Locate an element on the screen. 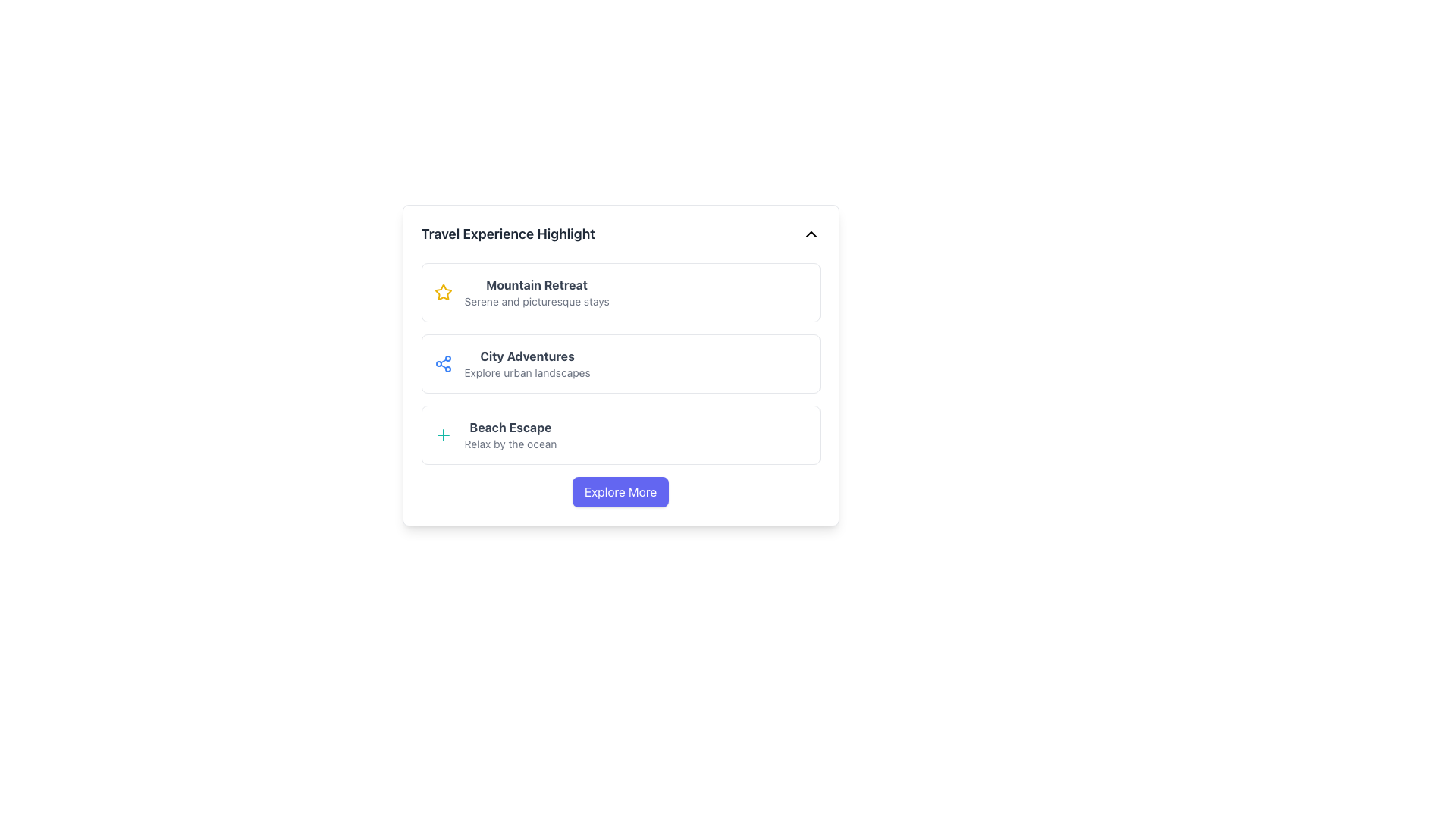 The width and height of the screenshot is (1456, 819). the action trigger icon located at the leftmost side of the 'Beach Escape' travel experience entry is located at coordinates (442, 435).